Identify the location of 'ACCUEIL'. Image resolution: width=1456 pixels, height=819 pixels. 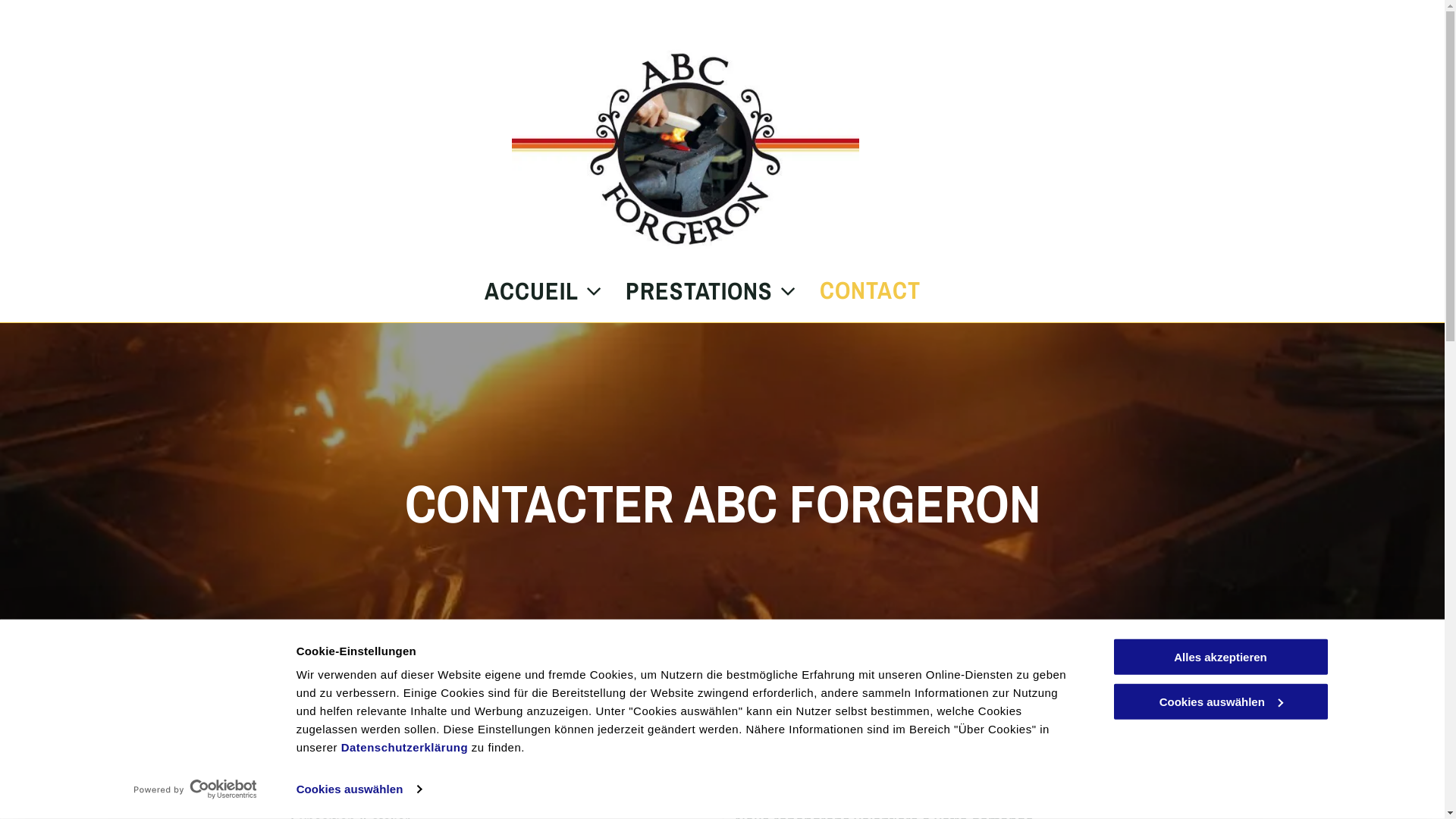
(532, 291).